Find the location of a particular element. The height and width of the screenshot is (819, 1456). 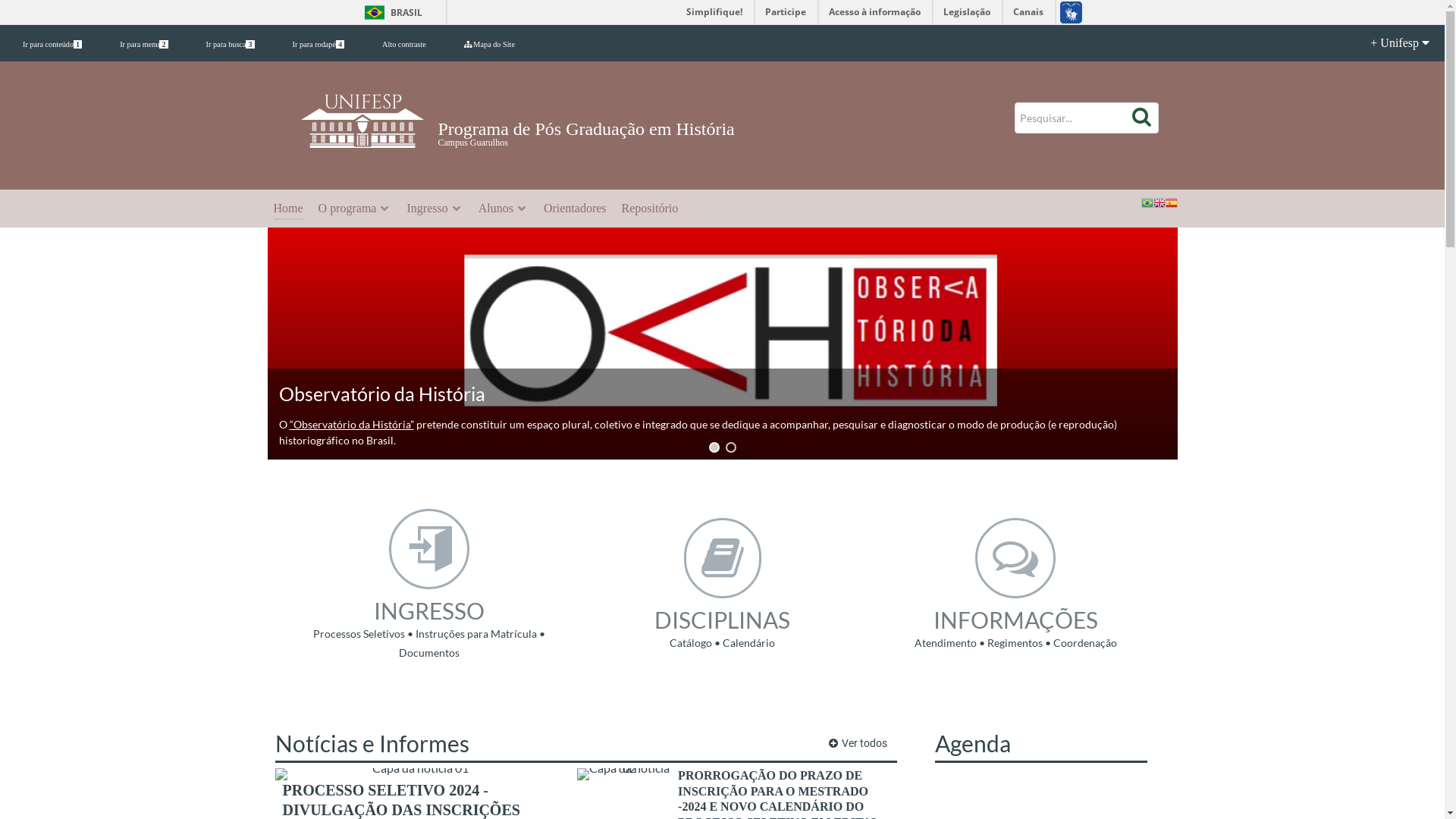

'Ir para menu2' is located at coordinates (143, 43).